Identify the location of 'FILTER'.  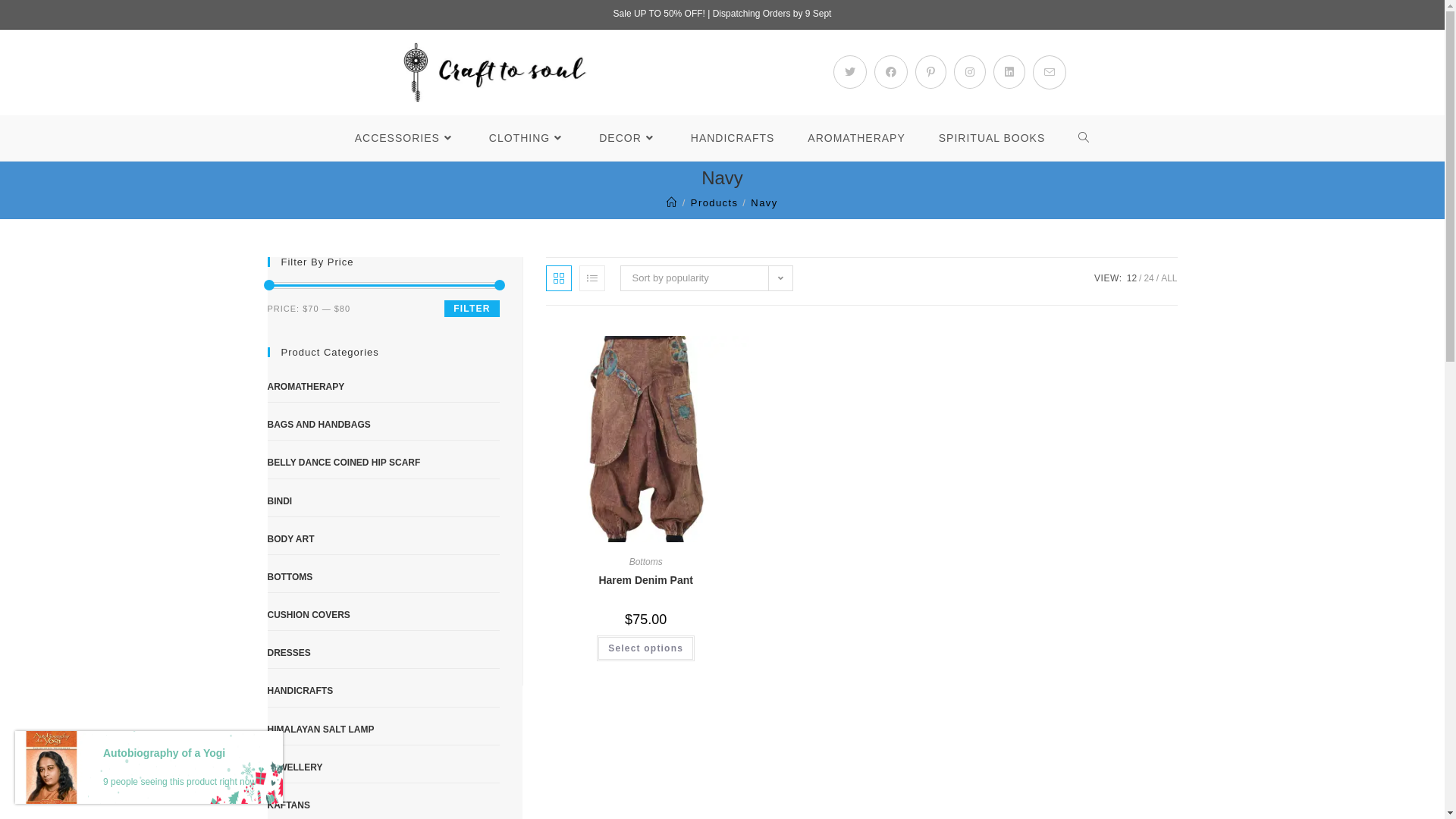
(471, 308).